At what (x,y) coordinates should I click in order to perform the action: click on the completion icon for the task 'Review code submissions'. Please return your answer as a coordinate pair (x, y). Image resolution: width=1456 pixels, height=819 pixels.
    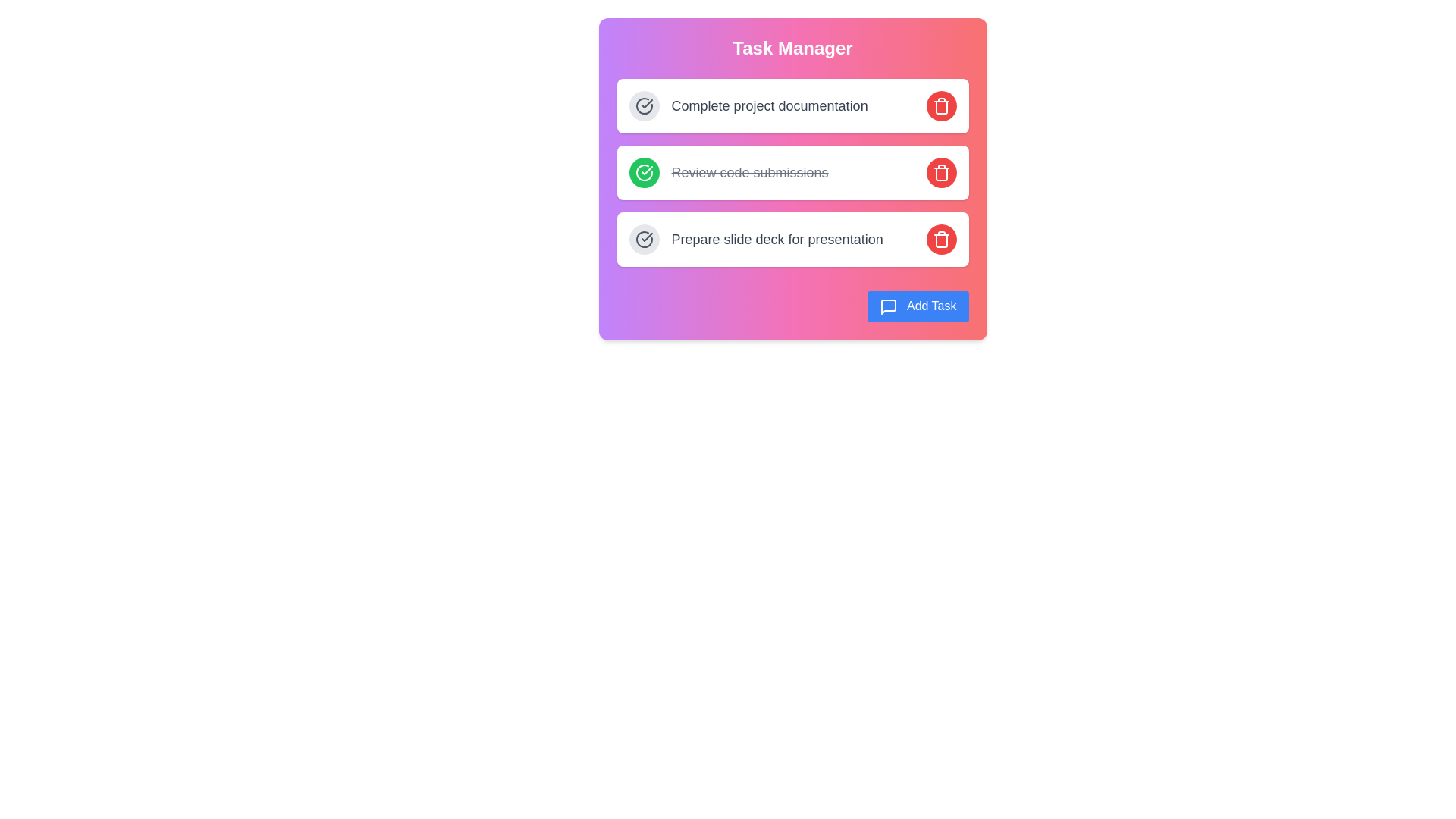
    Looking at the image, I should click on (644, 171).